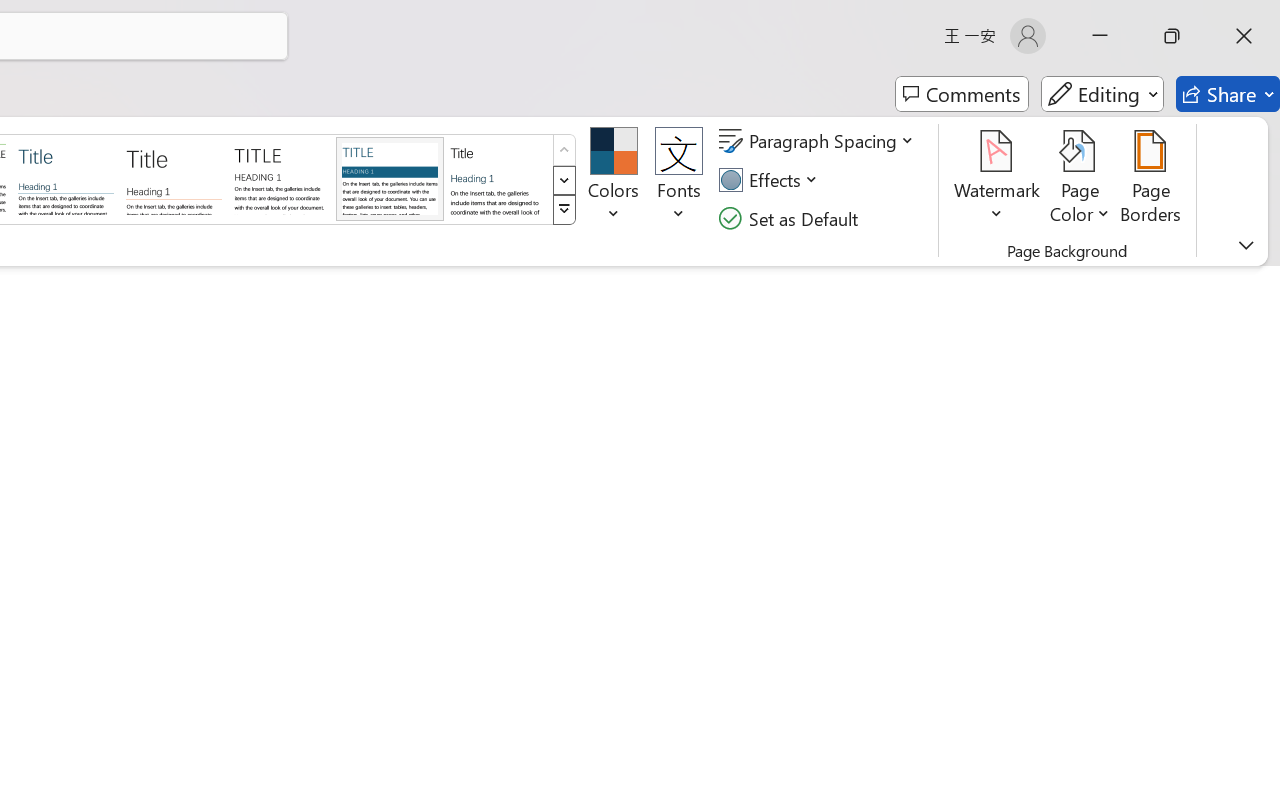  Describe the element at coordinates (563, 210) in the screenshot. I see `'Style Set'` at that location.